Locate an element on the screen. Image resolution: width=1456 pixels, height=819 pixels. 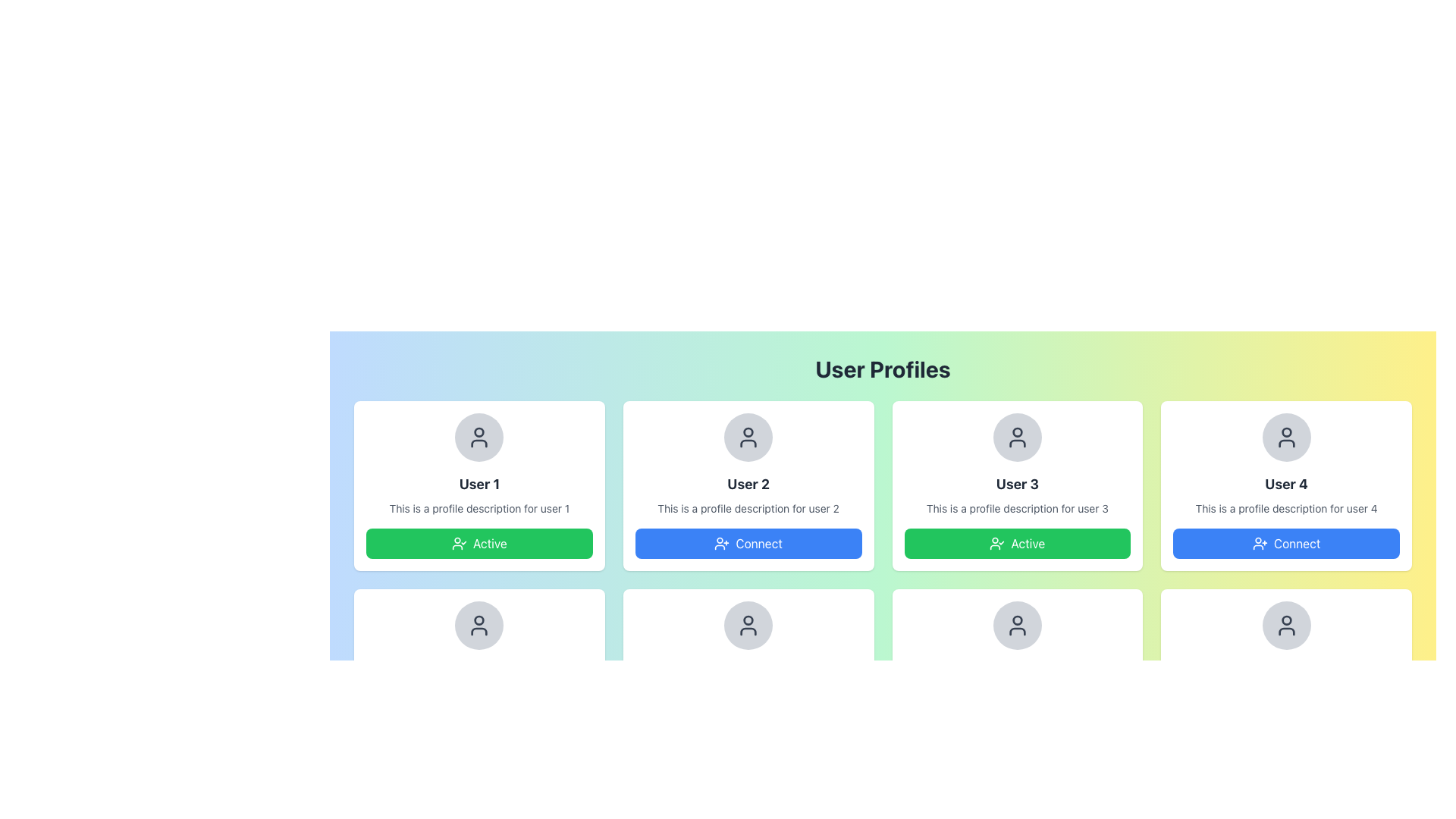
the circular avatar placeholder for User 2, which has a gray background and a simplistic user profile icon, located at the top-center of the user profile card is located at coordinates (748, 438).